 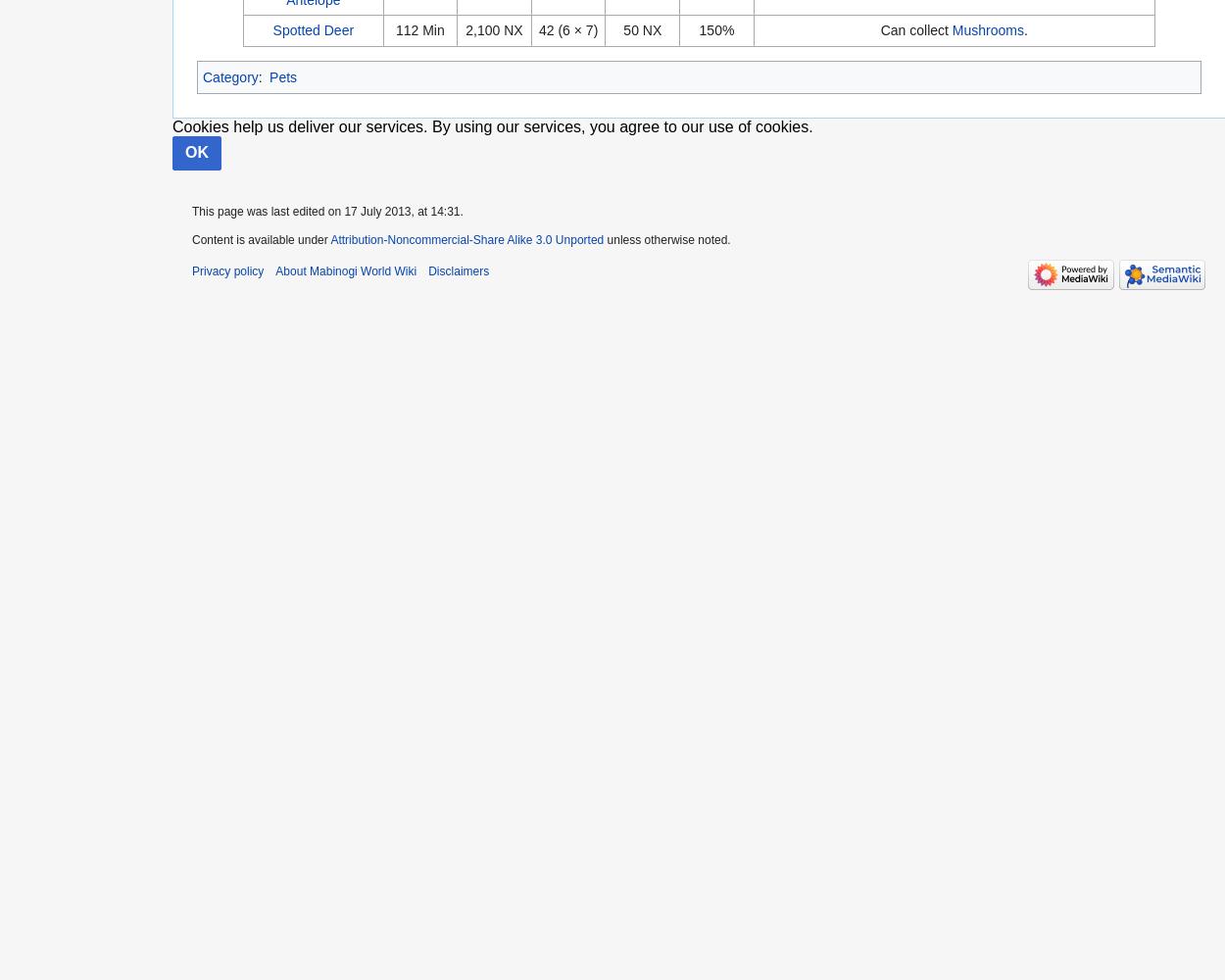 I want to click on 'Cookies help us deliver our services. By using our services, you agree to our use of cookies.', so click(x=492, y=125).